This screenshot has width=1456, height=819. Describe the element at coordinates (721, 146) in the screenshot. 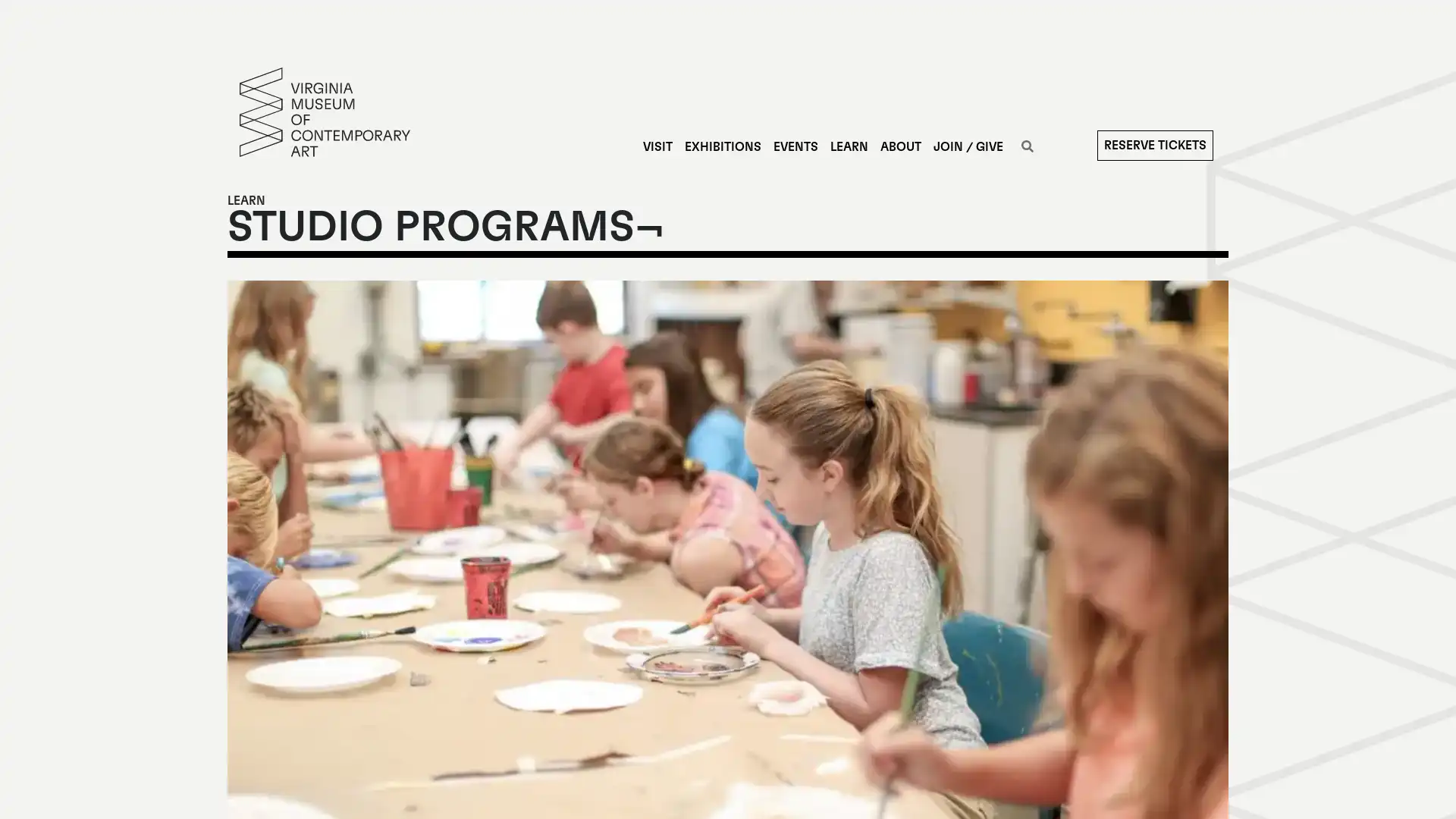

I see `EXHIBITIONS` at that location.